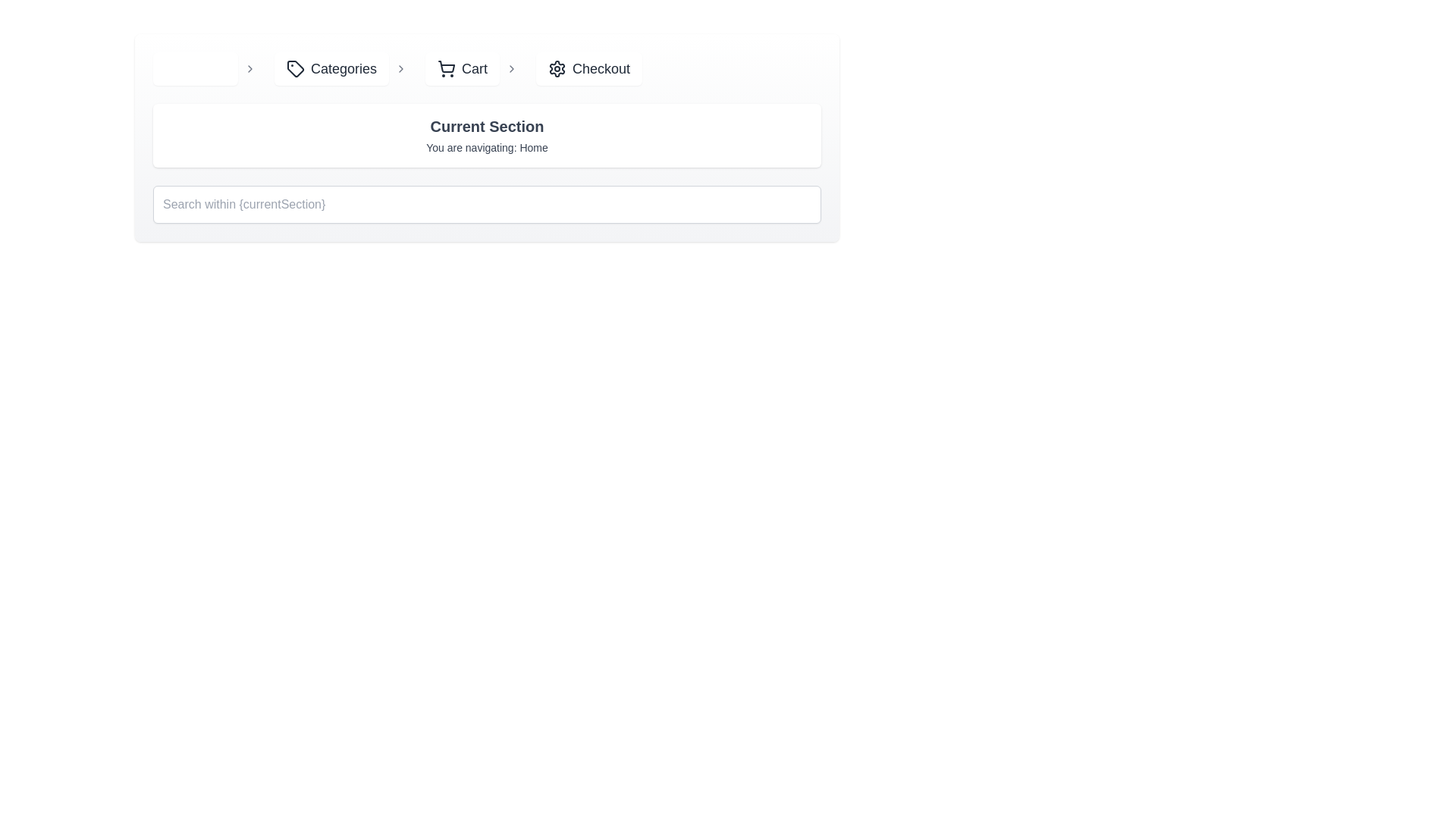 This screenshot has height=819, width=1456. What do you see at coordinates (557, 69) in the screenshot?
I see `the settings icon located in the upper-right section of the interface` at bounding box center [557, 69].